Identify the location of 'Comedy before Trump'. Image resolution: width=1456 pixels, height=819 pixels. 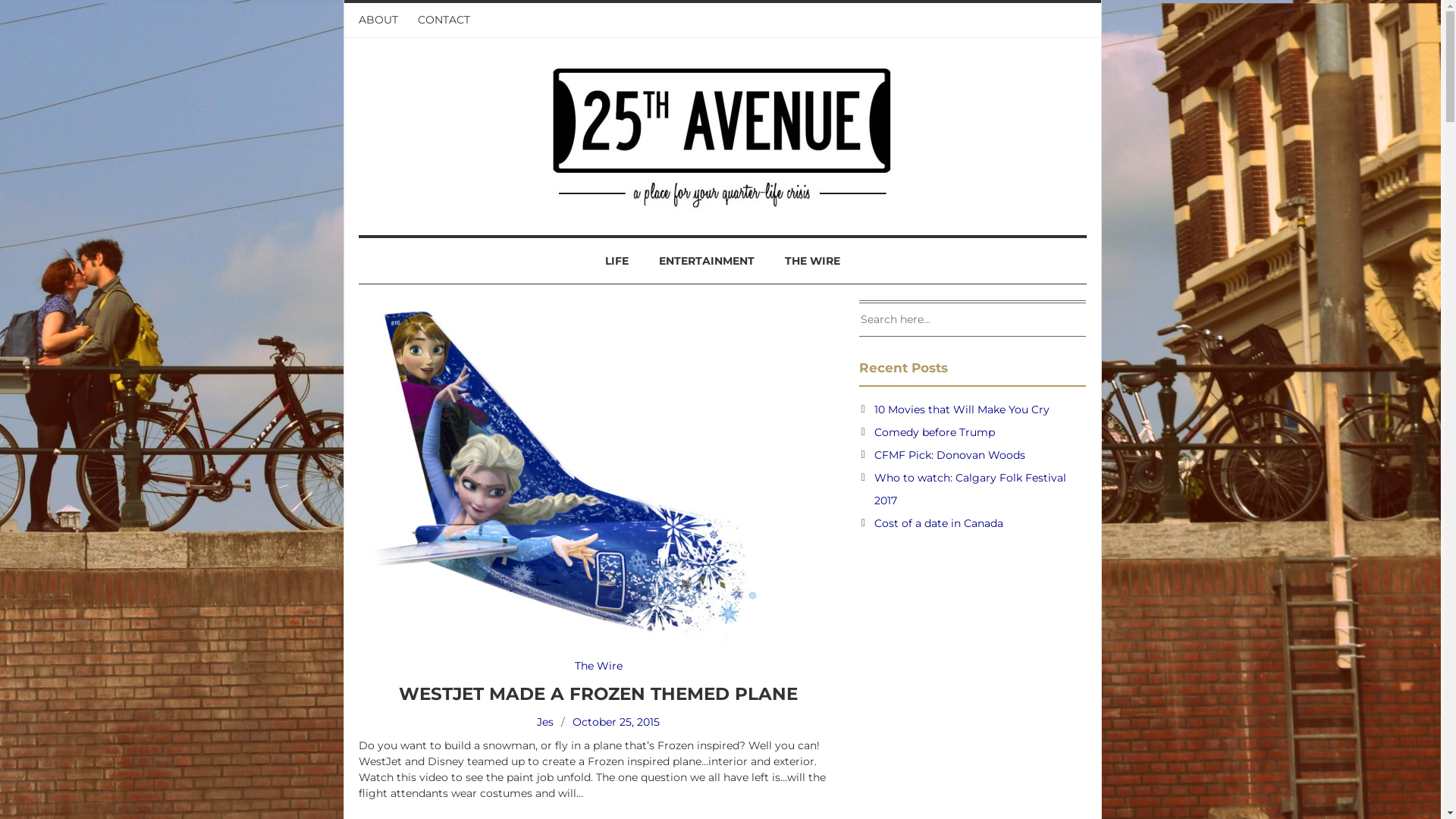
(934, 432).